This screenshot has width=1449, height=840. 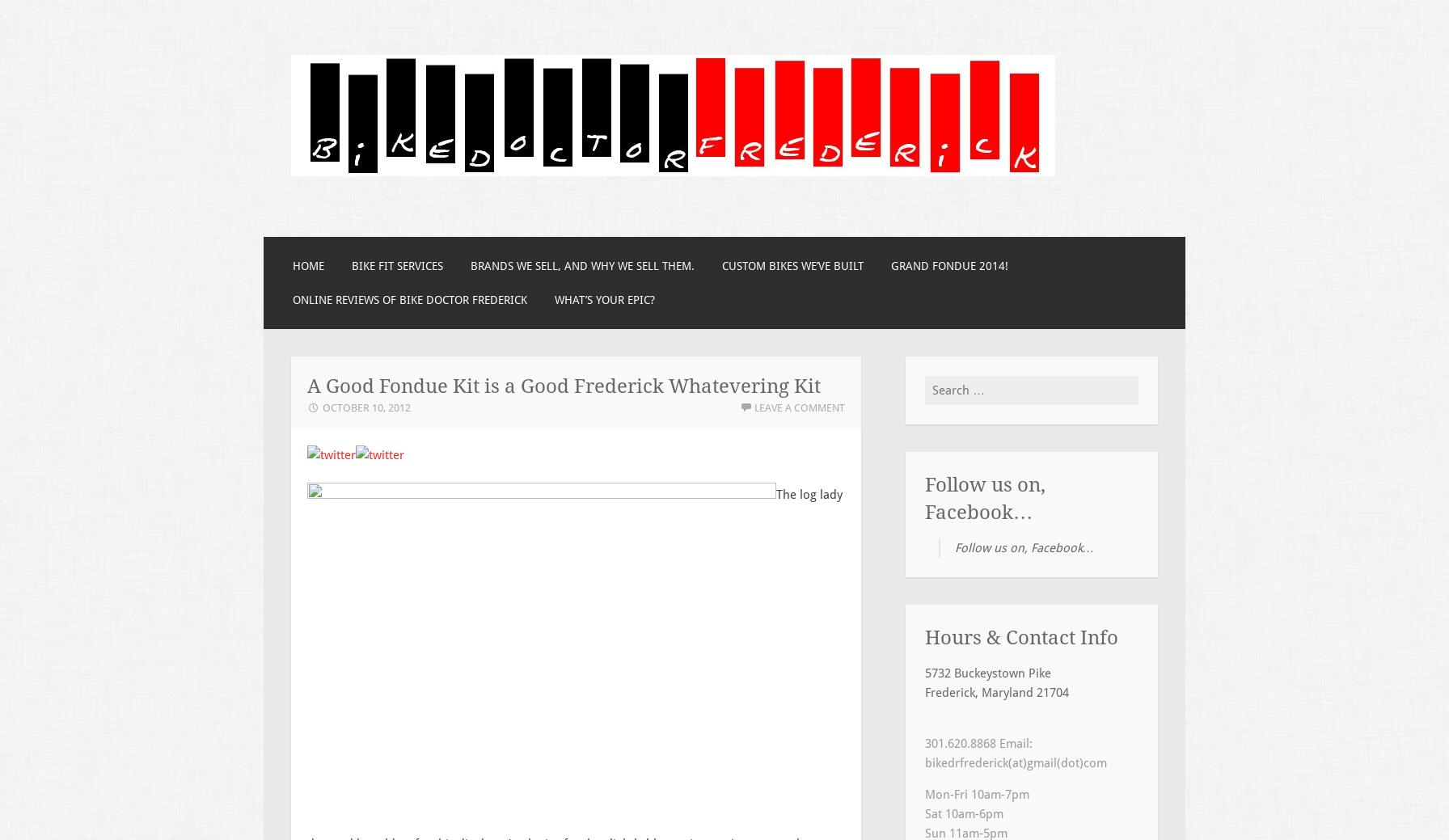 I want to click on 'Home', so click(x=308, y=266).